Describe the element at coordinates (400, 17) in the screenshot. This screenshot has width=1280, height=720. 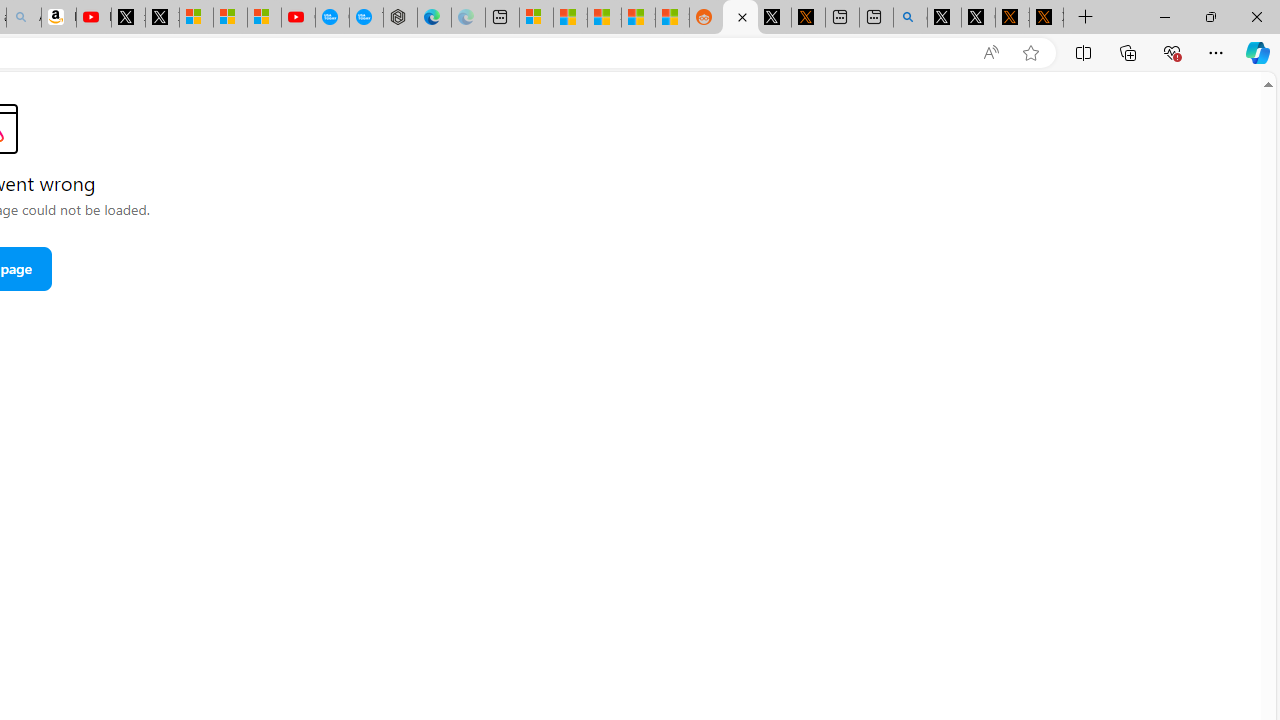
I see `'Nordace - Nordace has arrived Hong Kong'` at that location.